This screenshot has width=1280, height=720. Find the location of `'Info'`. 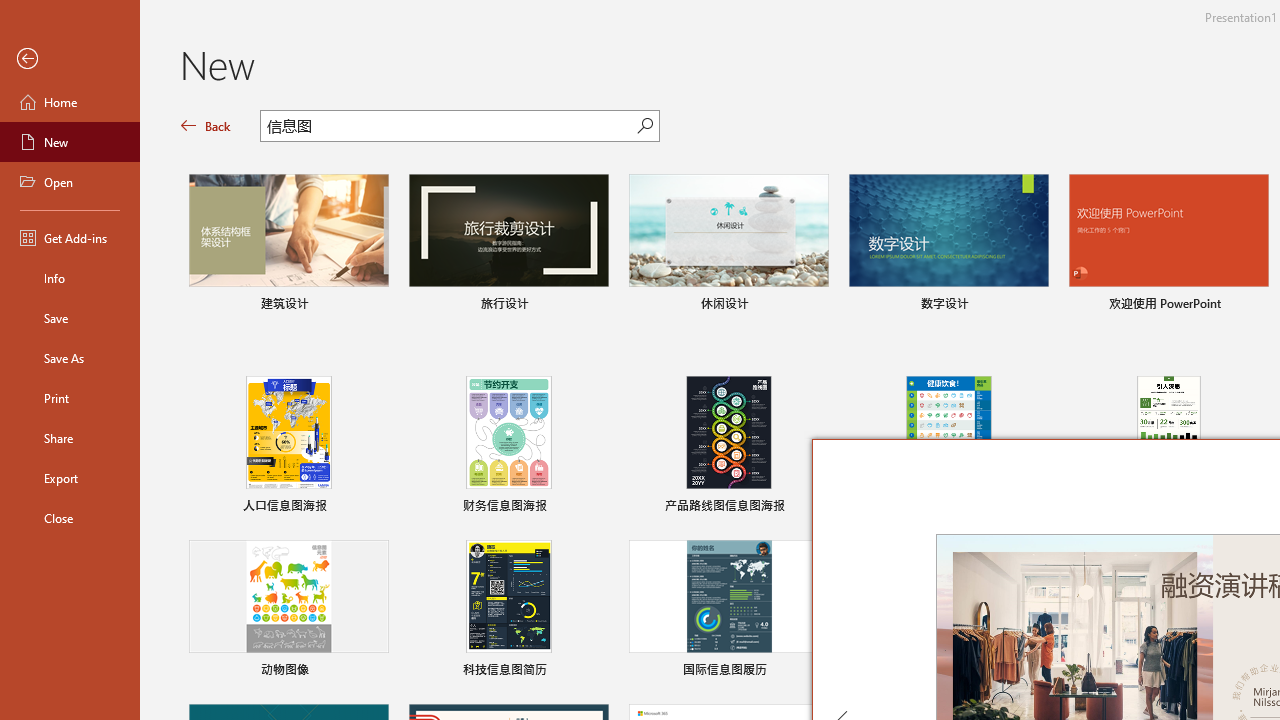

'Info' is located at coordinates (69, 277).